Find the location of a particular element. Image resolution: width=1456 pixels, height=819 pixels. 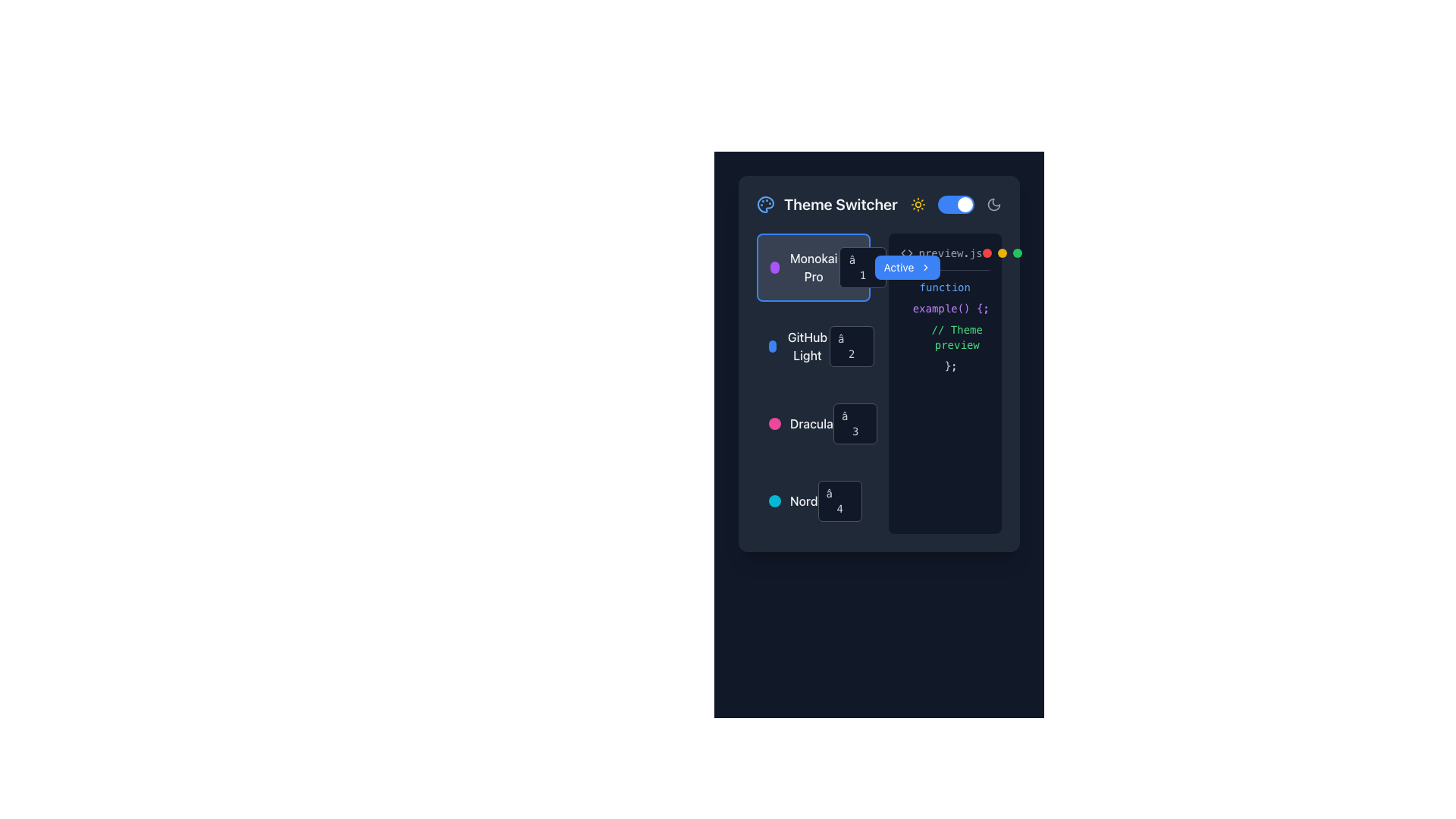

the nighttime or dark mode theme icon located at the top-right corner of the theme switcher section, adjacent to the toggle switch element is located at coordinates (993, 205).